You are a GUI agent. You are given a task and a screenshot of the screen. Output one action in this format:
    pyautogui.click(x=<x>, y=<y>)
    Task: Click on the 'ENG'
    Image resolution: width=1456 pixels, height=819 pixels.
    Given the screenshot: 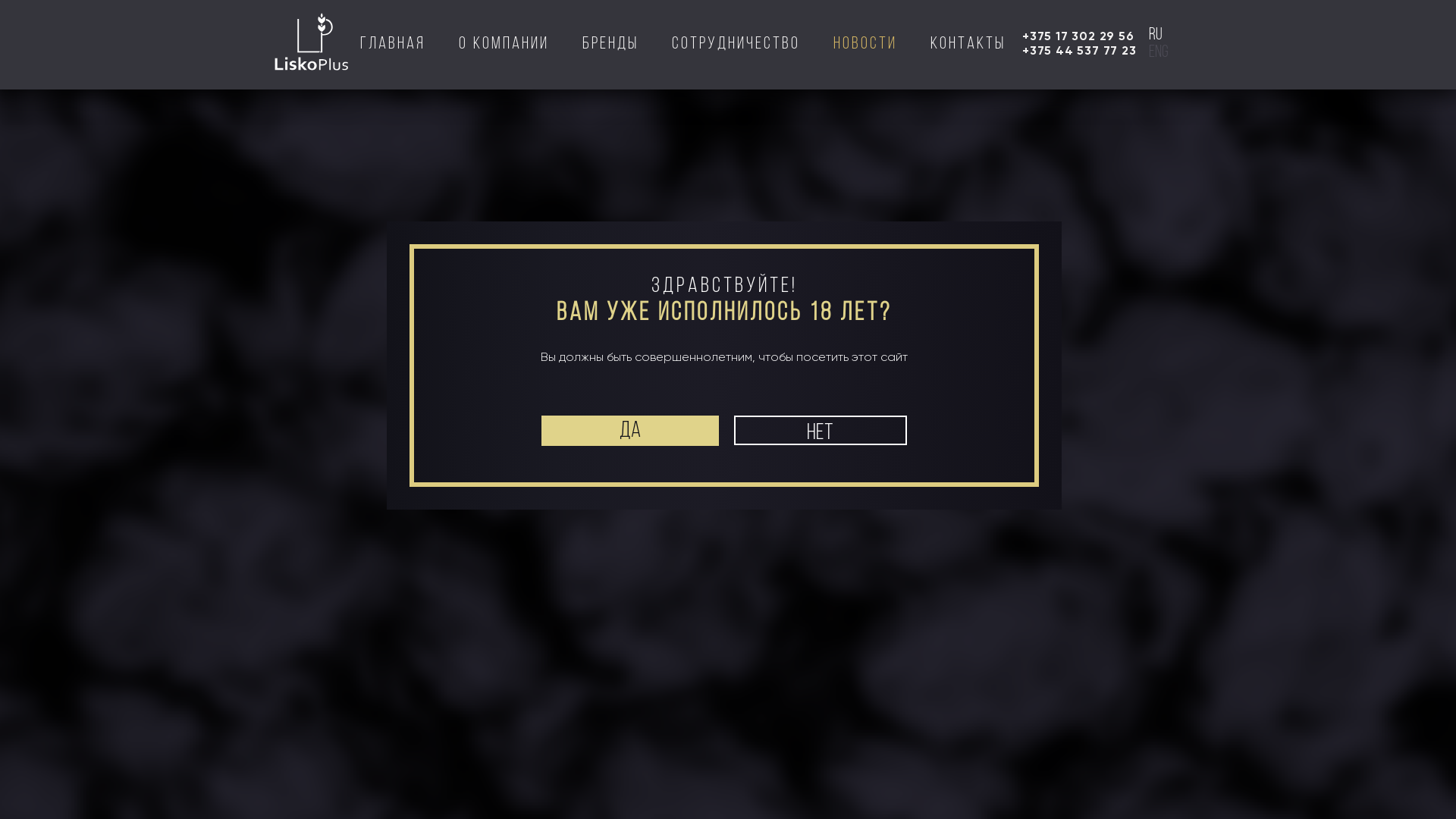 What is the action you would take?
    pyautogui.click(x=1157, y=52)
    